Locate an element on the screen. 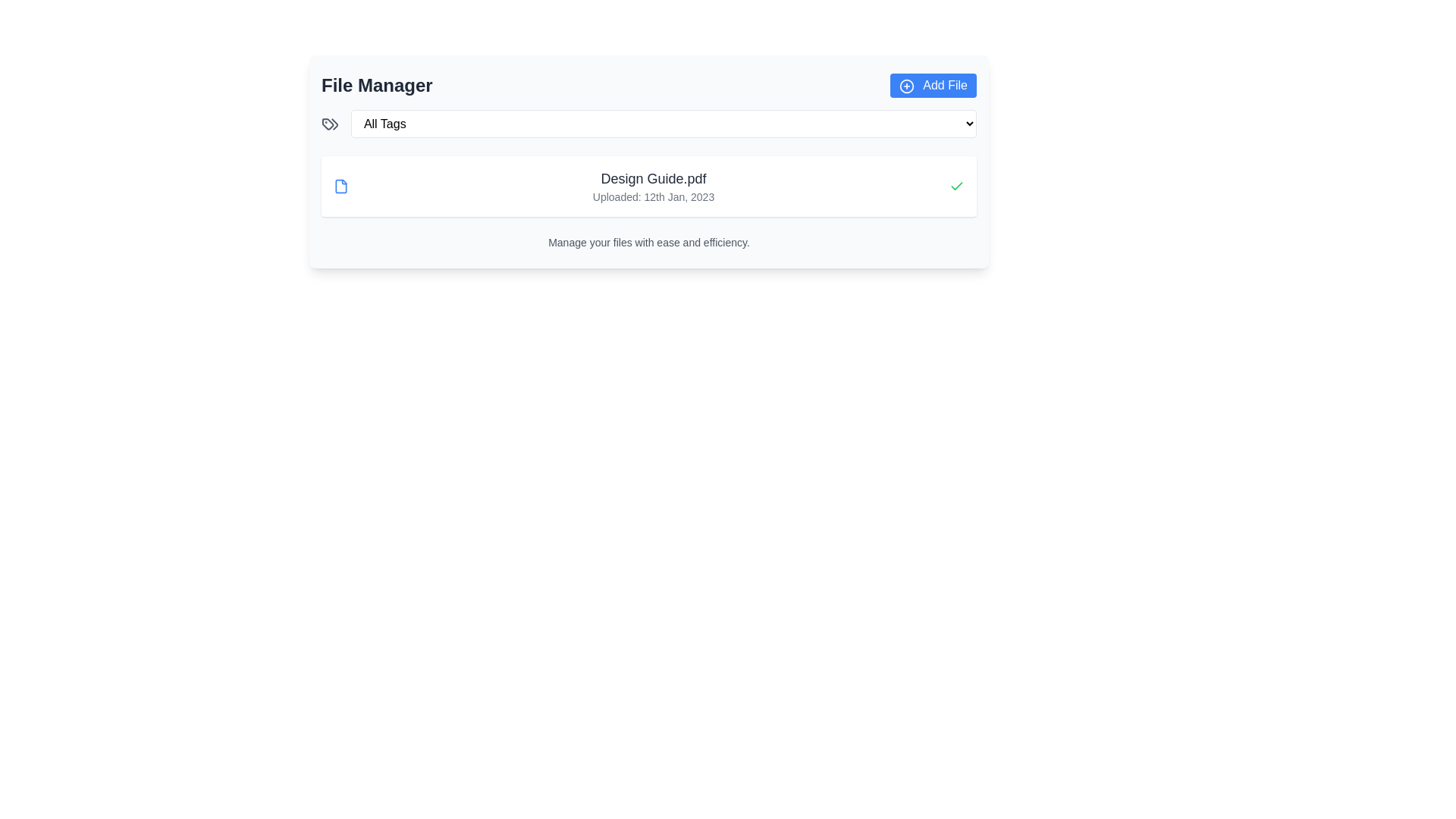 Image resolution: width=1456 pixels, height=819 pixels. the green checkmark icon located at the far right end of the file description row labeled 'Design Guide.pdf Uploaded: 12th Jan, 2023' is located at coordinates (956, 186).